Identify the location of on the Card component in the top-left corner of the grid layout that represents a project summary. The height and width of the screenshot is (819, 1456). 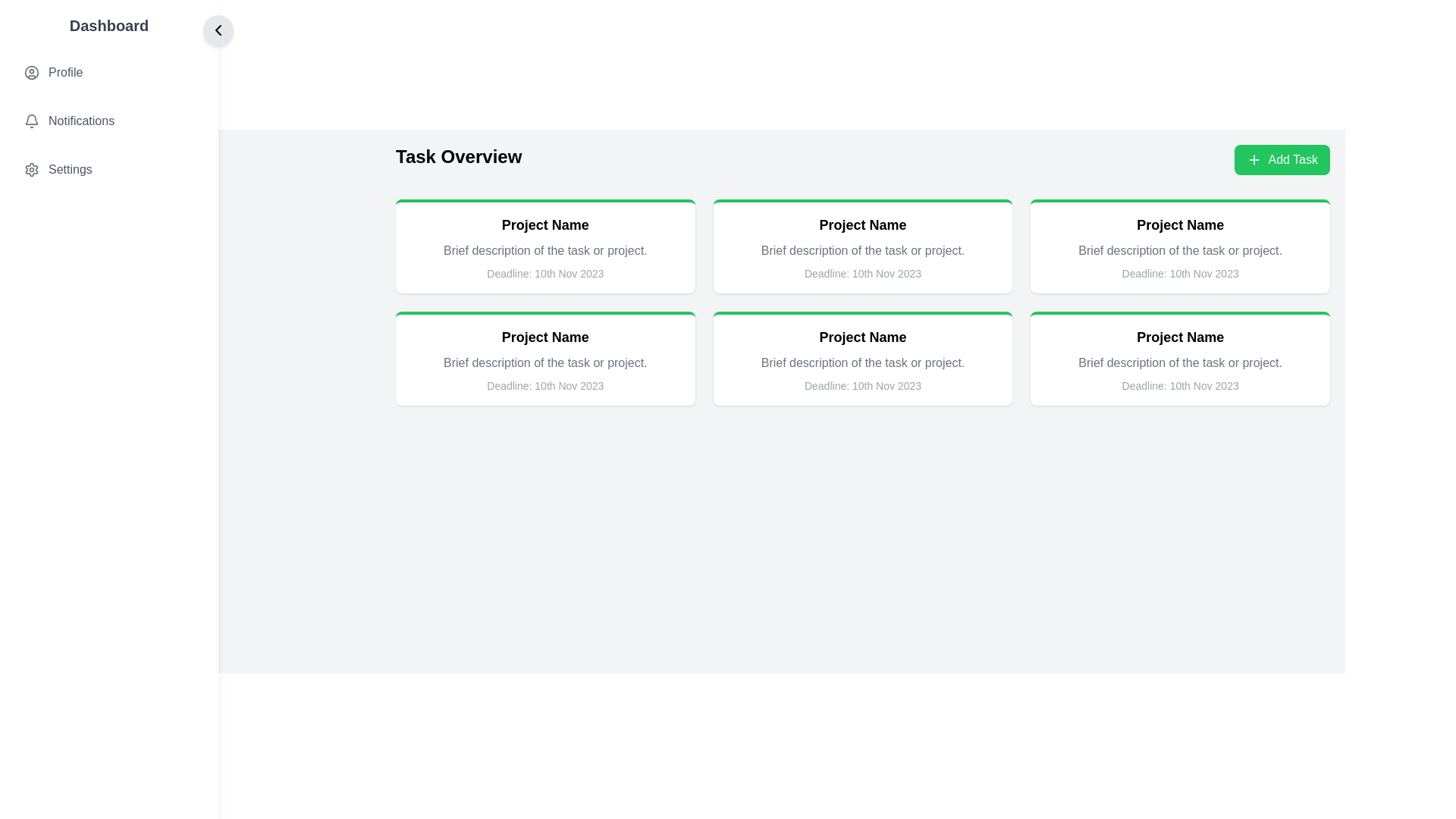
(545, 245).